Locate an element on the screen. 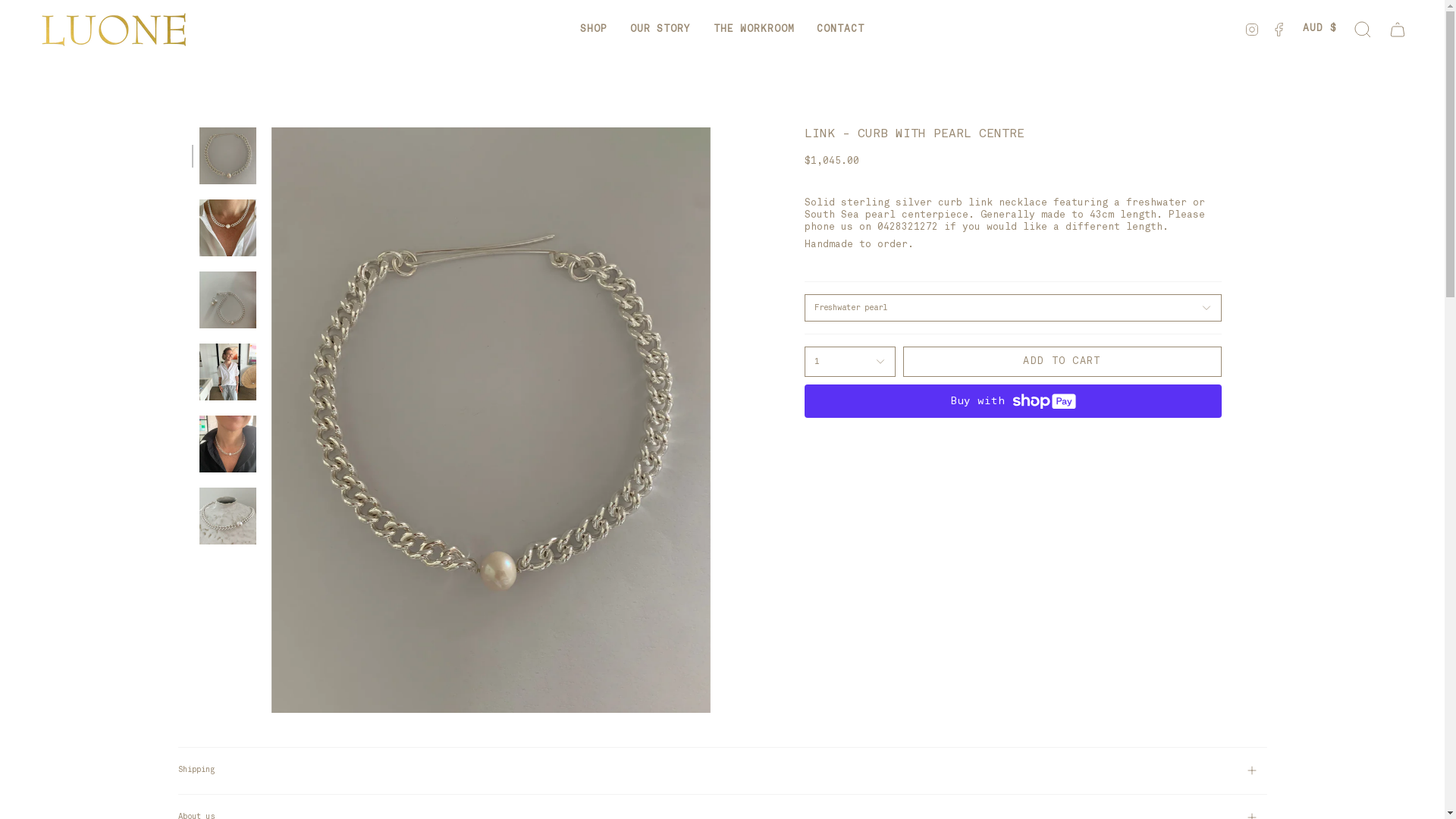 This screenshot has width=1456, height=819. '1' is located at coordinates (848, 362).